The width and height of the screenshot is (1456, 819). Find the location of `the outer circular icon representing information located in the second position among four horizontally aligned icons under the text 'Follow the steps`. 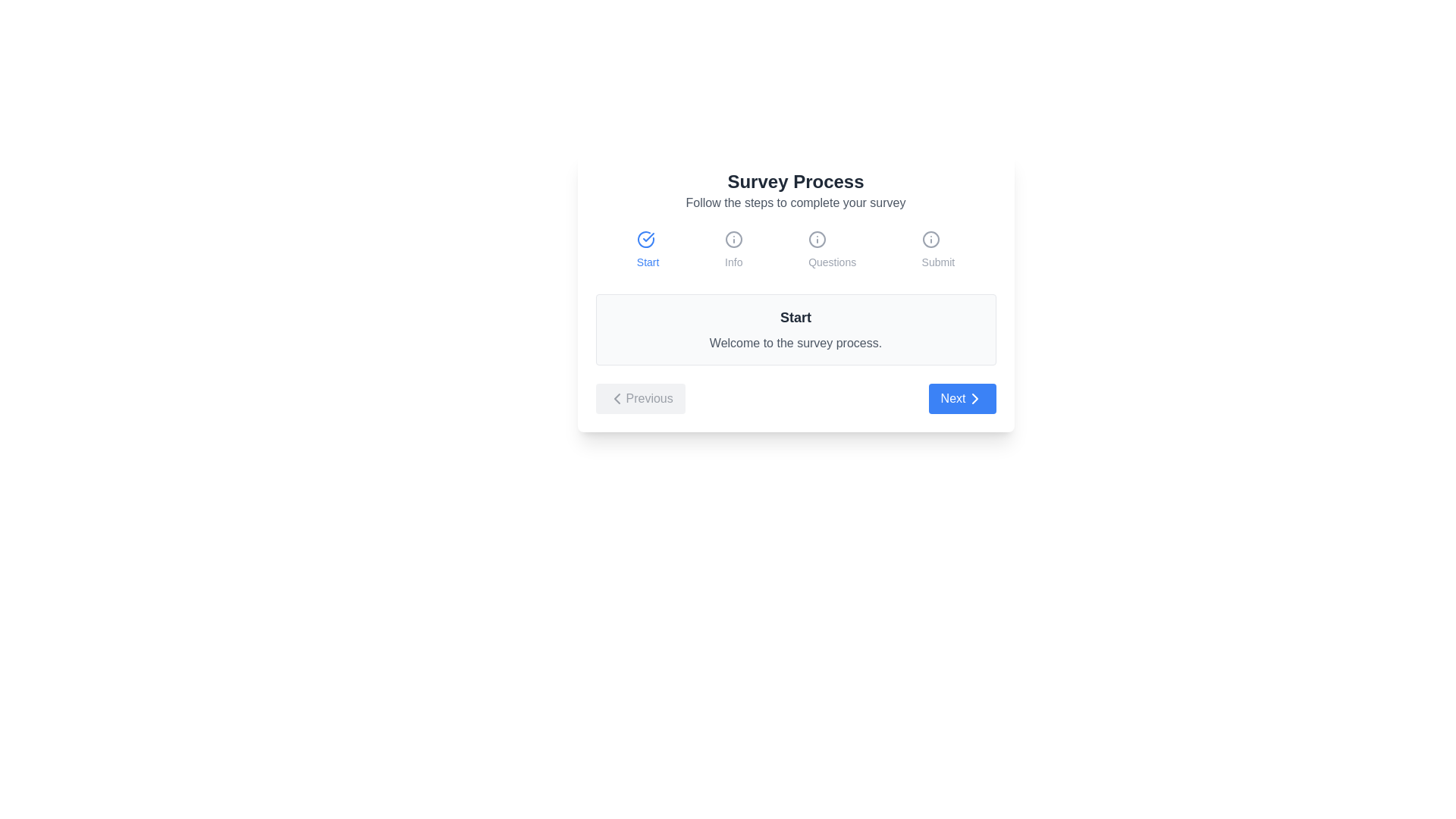

the outer circular icon representing information located in the second position among four horizontally aligned icons under the text 'Follow the steps is located at coordinates (733, 239).